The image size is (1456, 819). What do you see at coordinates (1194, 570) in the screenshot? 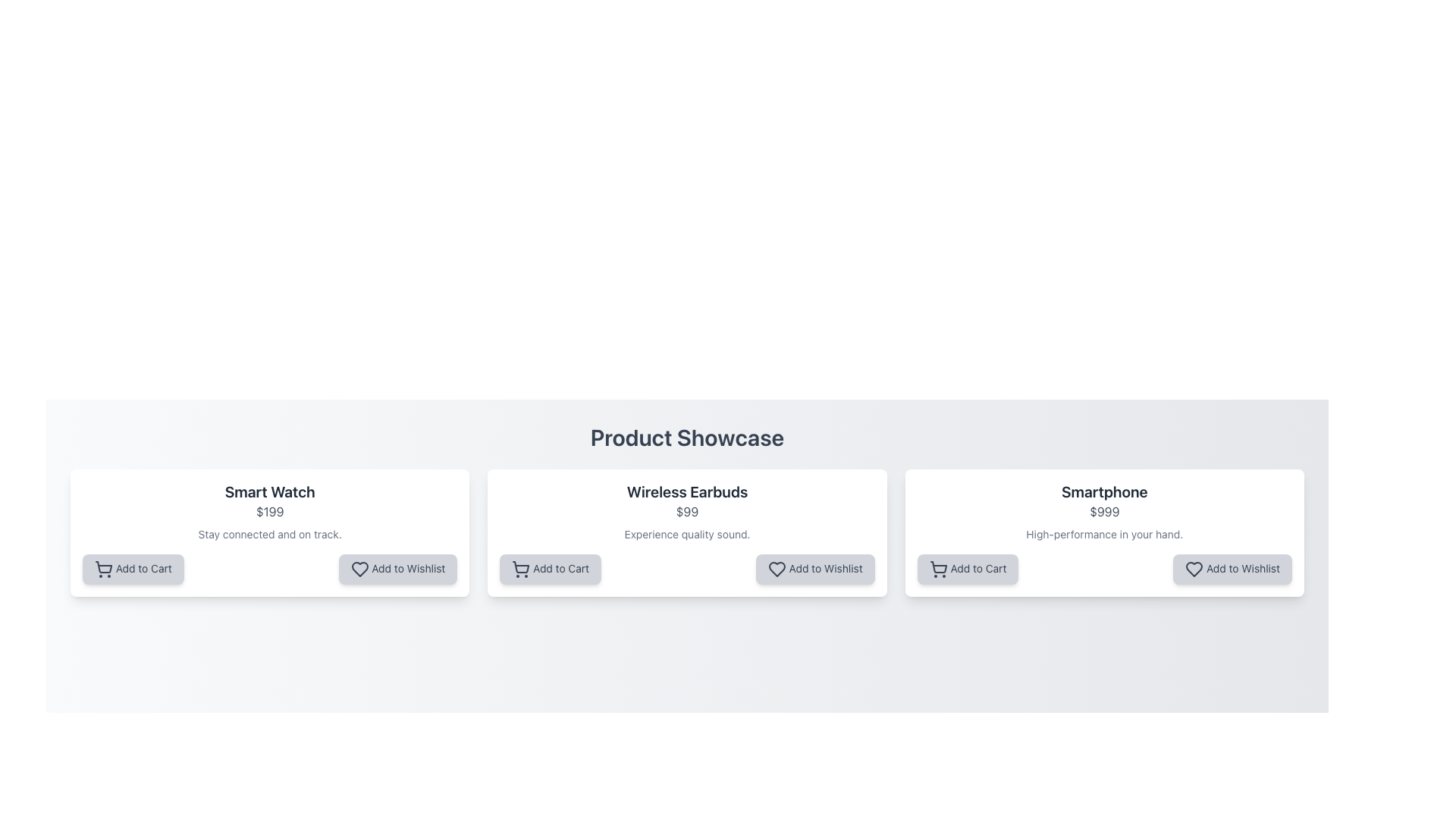
I see `the heart-shaped icon within the 'Add to Wishlist' button located at the bottom right corner of the Smartphone product card` at bounding box center [1194, 570].